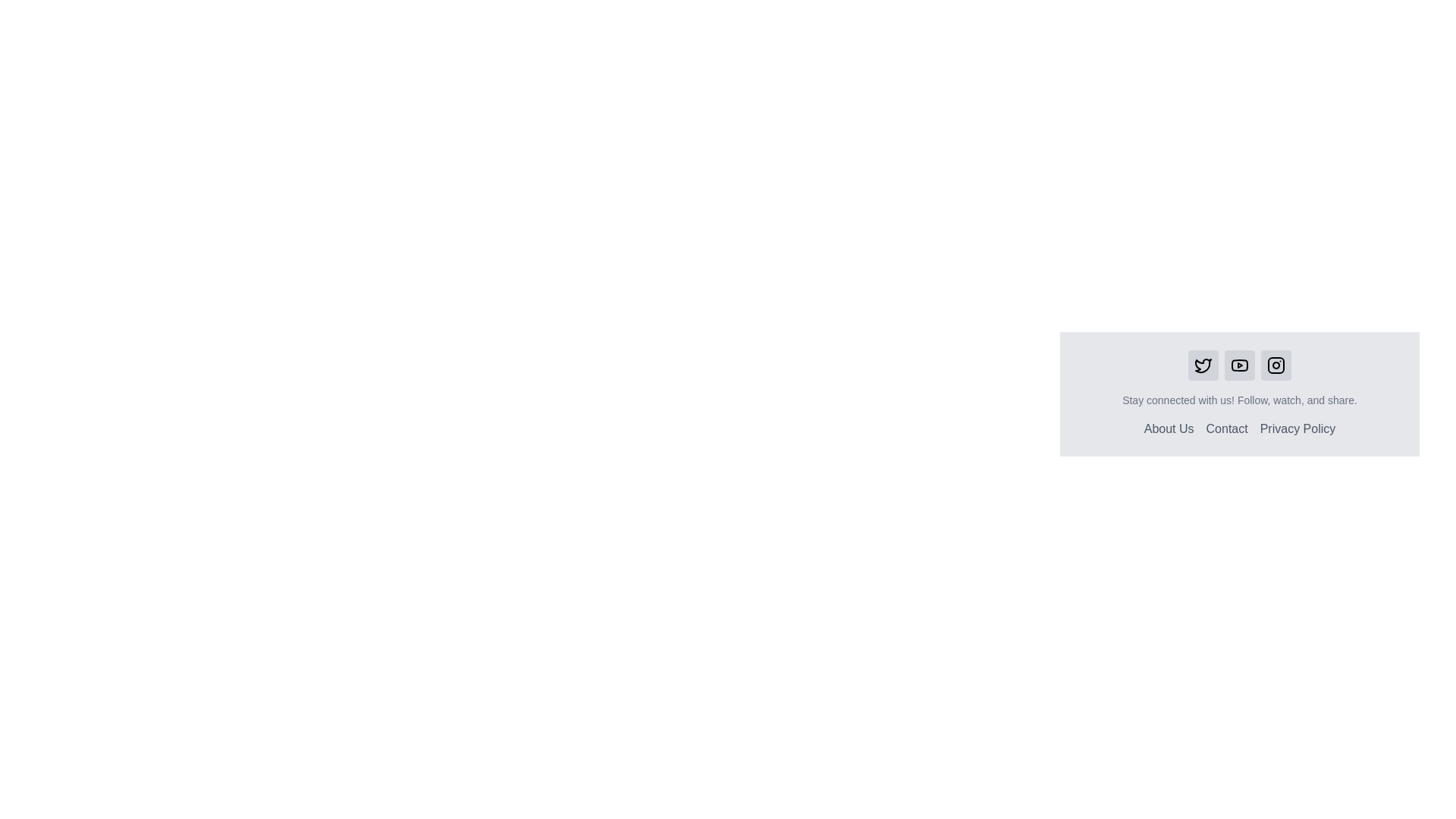 The image size is (1456, 819). What do you see at coordinates (1203, 366) in the screenshot?
I see `the Twitter icon located in the bottom center of the interface` at bounding box center [1203, 366].